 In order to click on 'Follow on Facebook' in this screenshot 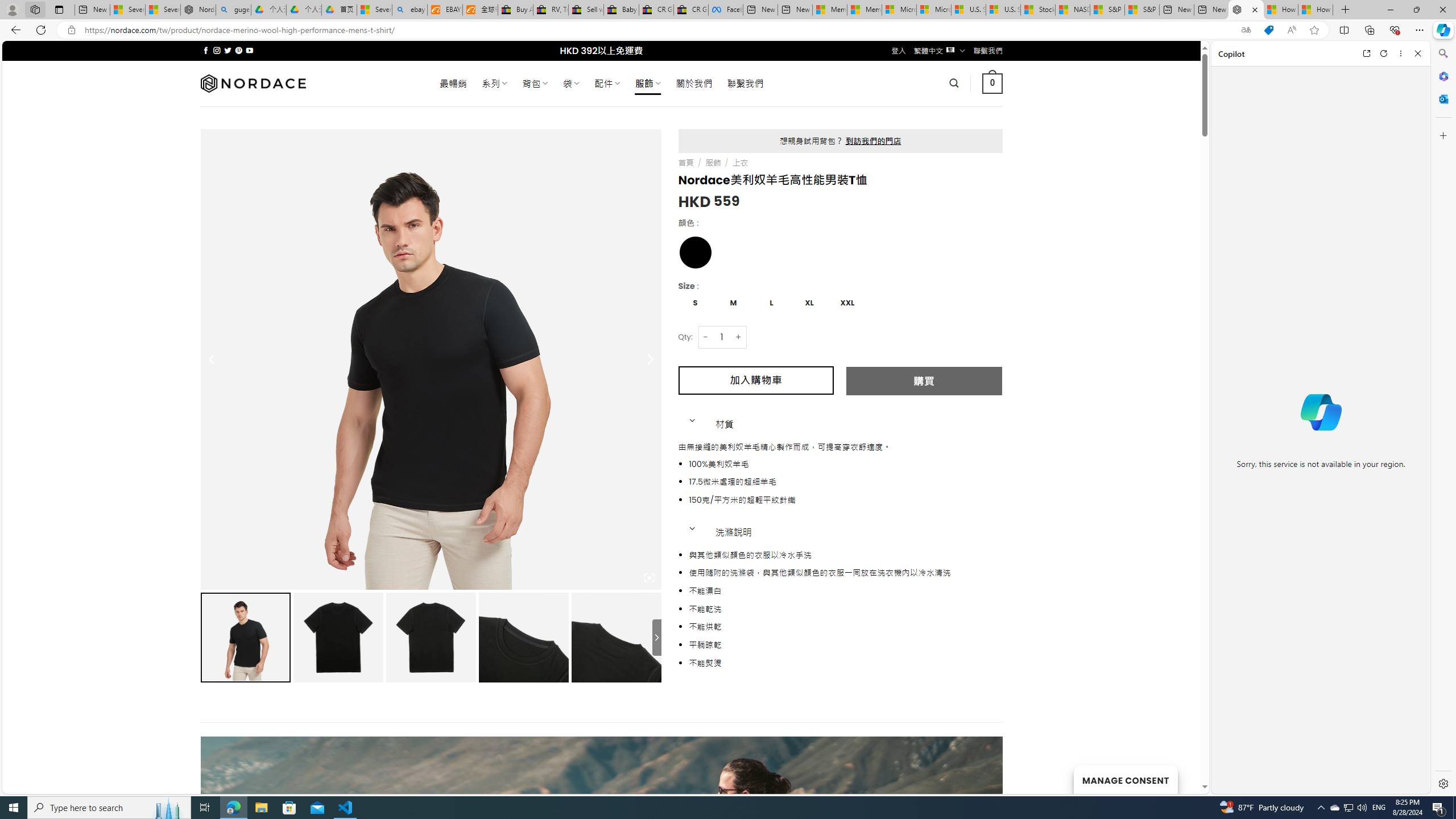, I will do `click(206, 50)`.